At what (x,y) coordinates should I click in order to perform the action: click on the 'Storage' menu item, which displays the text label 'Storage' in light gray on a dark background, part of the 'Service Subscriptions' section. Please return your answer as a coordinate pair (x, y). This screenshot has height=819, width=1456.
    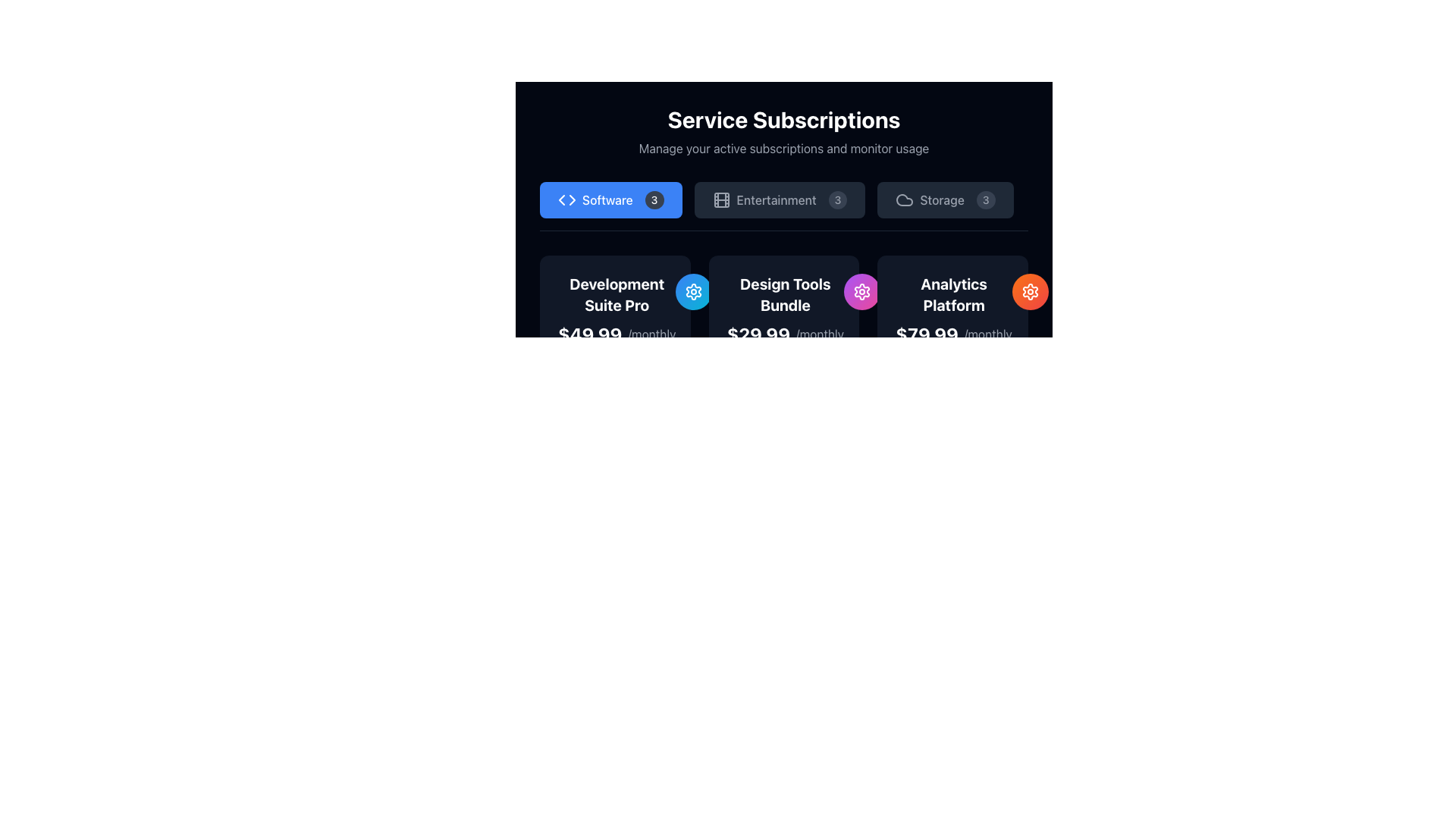
    Looking at the image, I should click on (941, 199).